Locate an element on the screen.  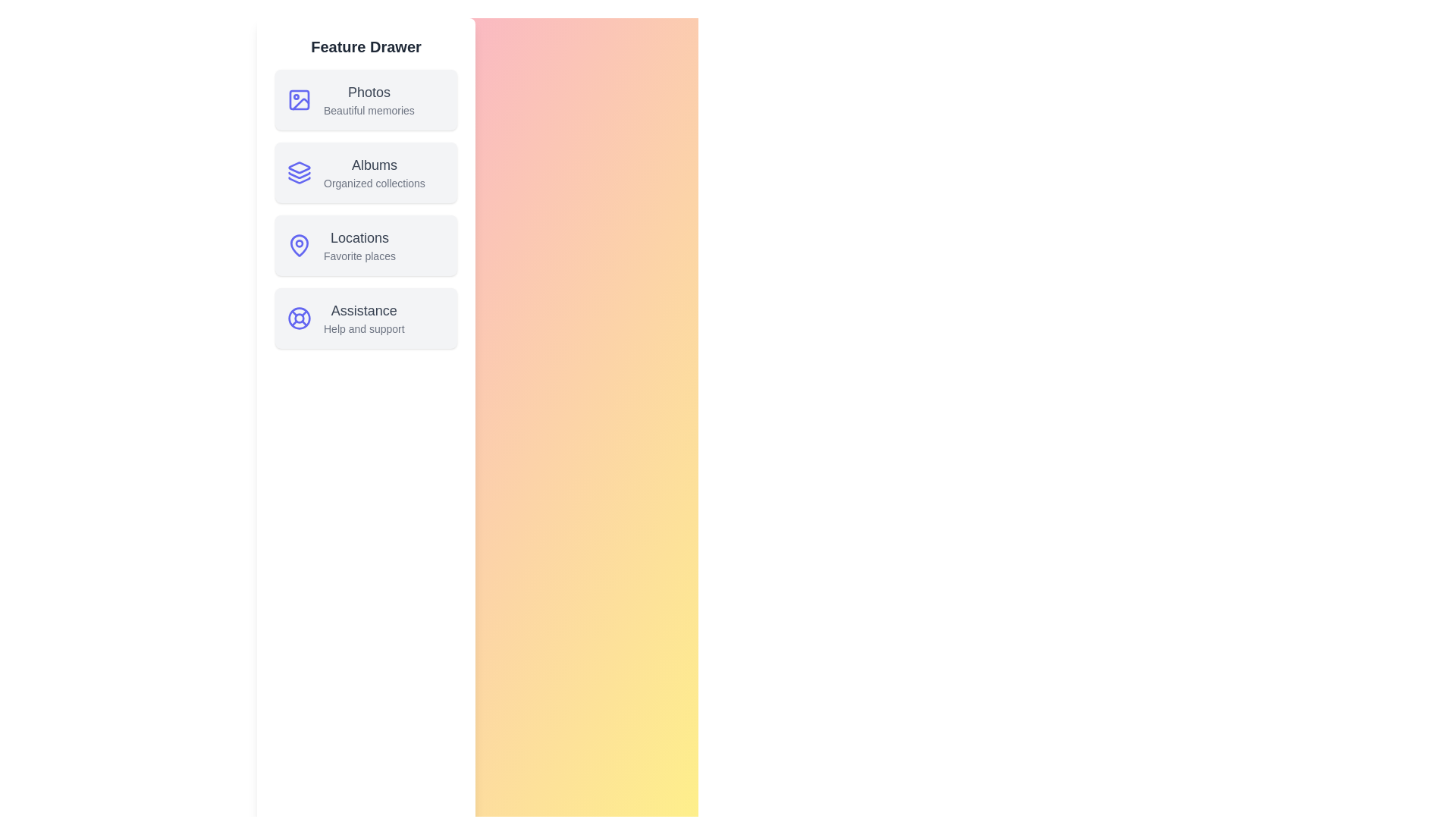
the feature item Albums to reveal its effect is located at coordinates (366, 171).